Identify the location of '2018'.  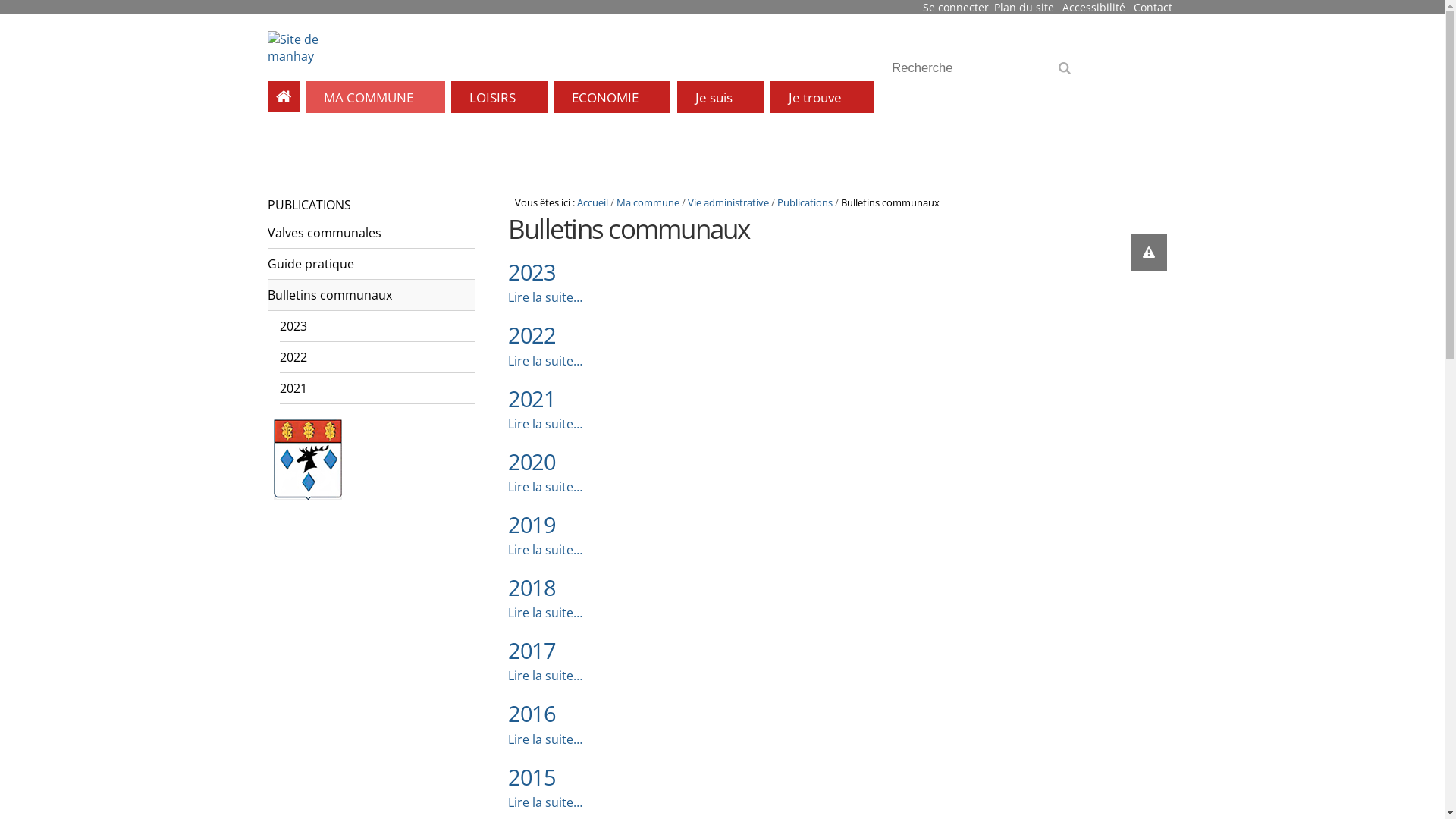
(531, 586).